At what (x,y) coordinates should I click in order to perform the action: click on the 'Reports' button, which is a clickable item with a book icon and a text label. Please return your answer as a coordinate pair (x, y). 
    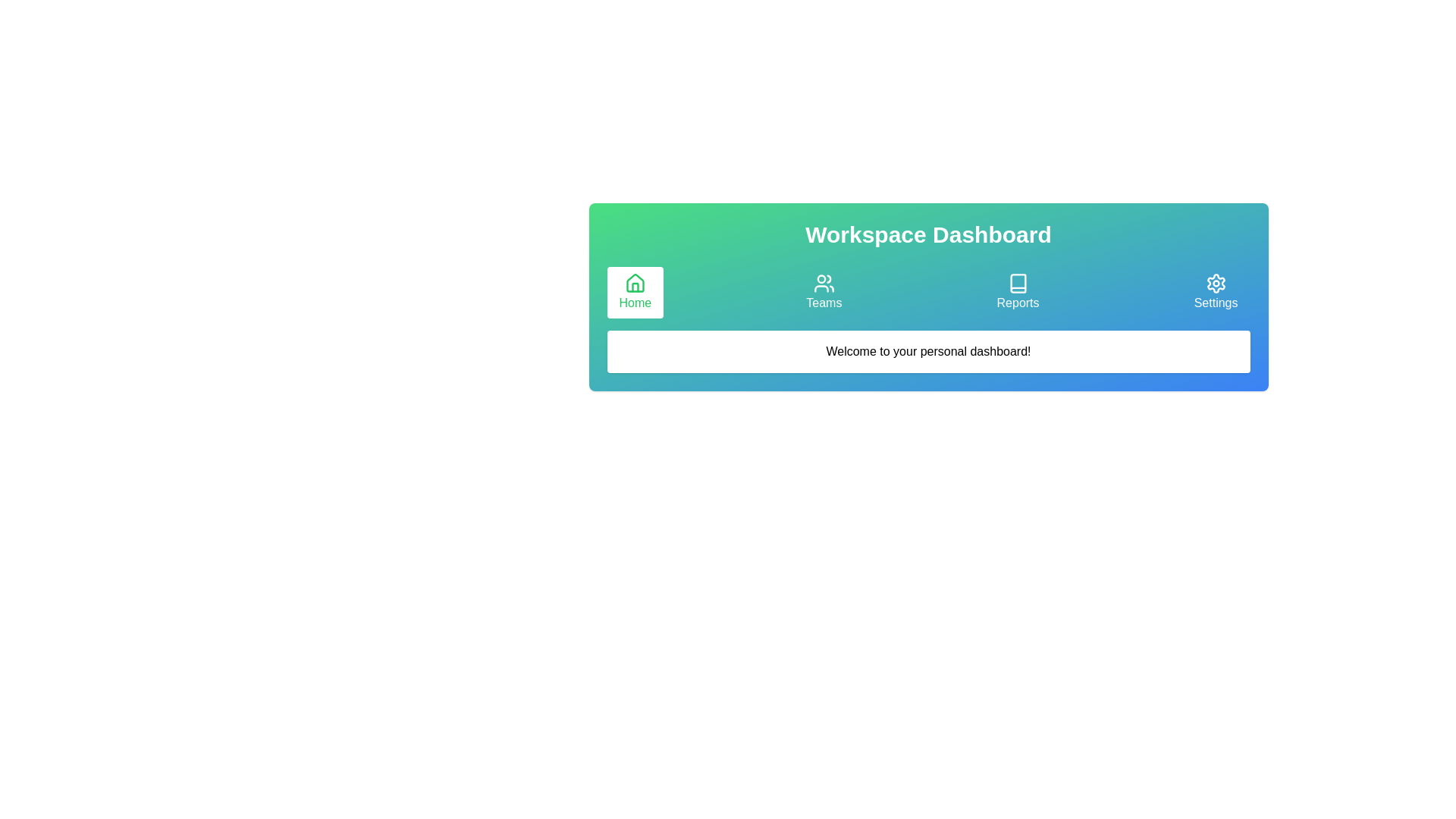
    Looking at the image, I should click on (1018, 292).